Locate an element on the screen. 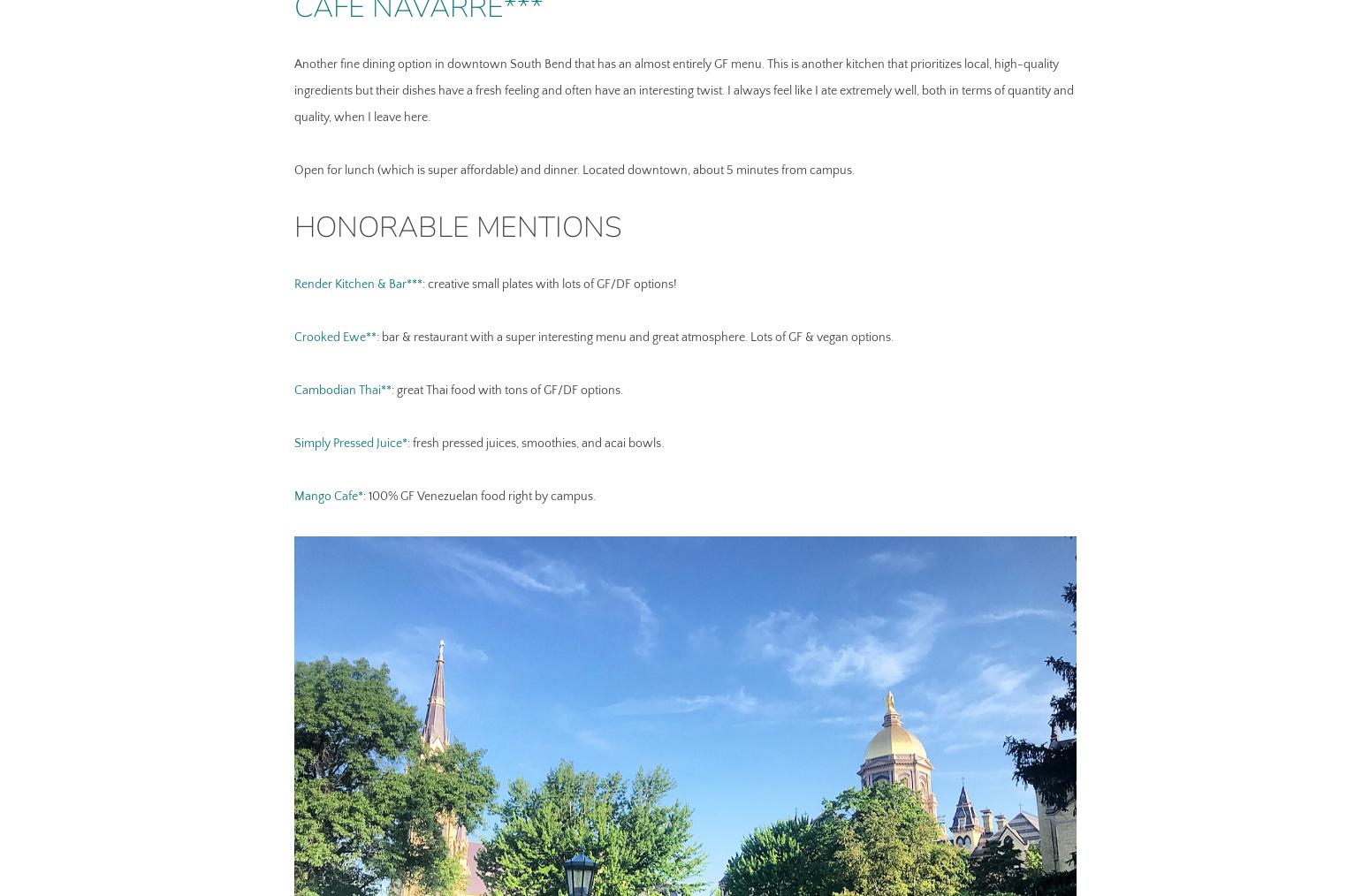 The width and height of the screenshot is (1370, 896). ': great Thai food with tons of GF/DF options.' is located at coordinates (506, 389).